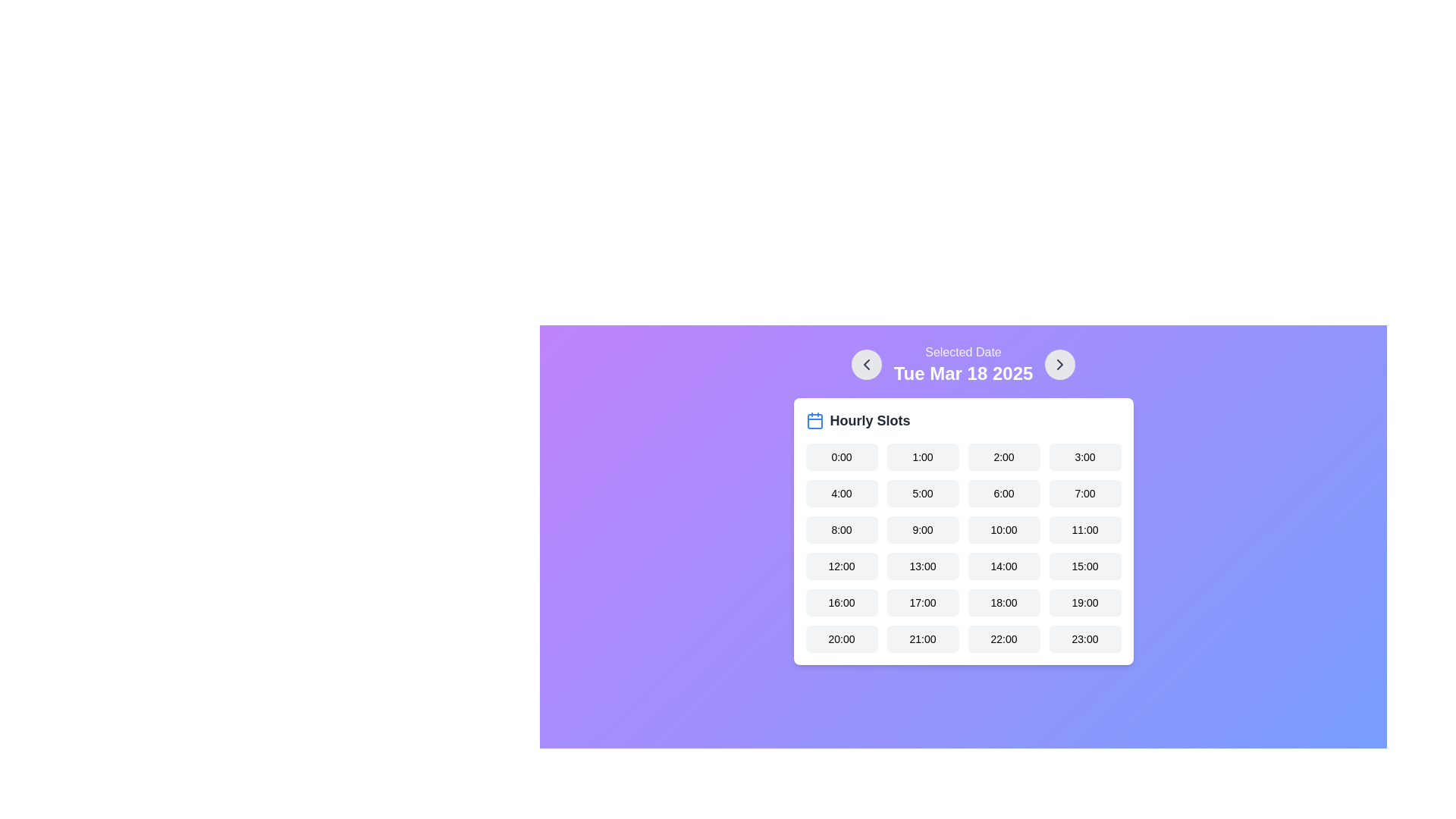  I want to click on the button labeled '2:00' located in the first row, third column of the hourly time slots grid, so click(1004, 456).